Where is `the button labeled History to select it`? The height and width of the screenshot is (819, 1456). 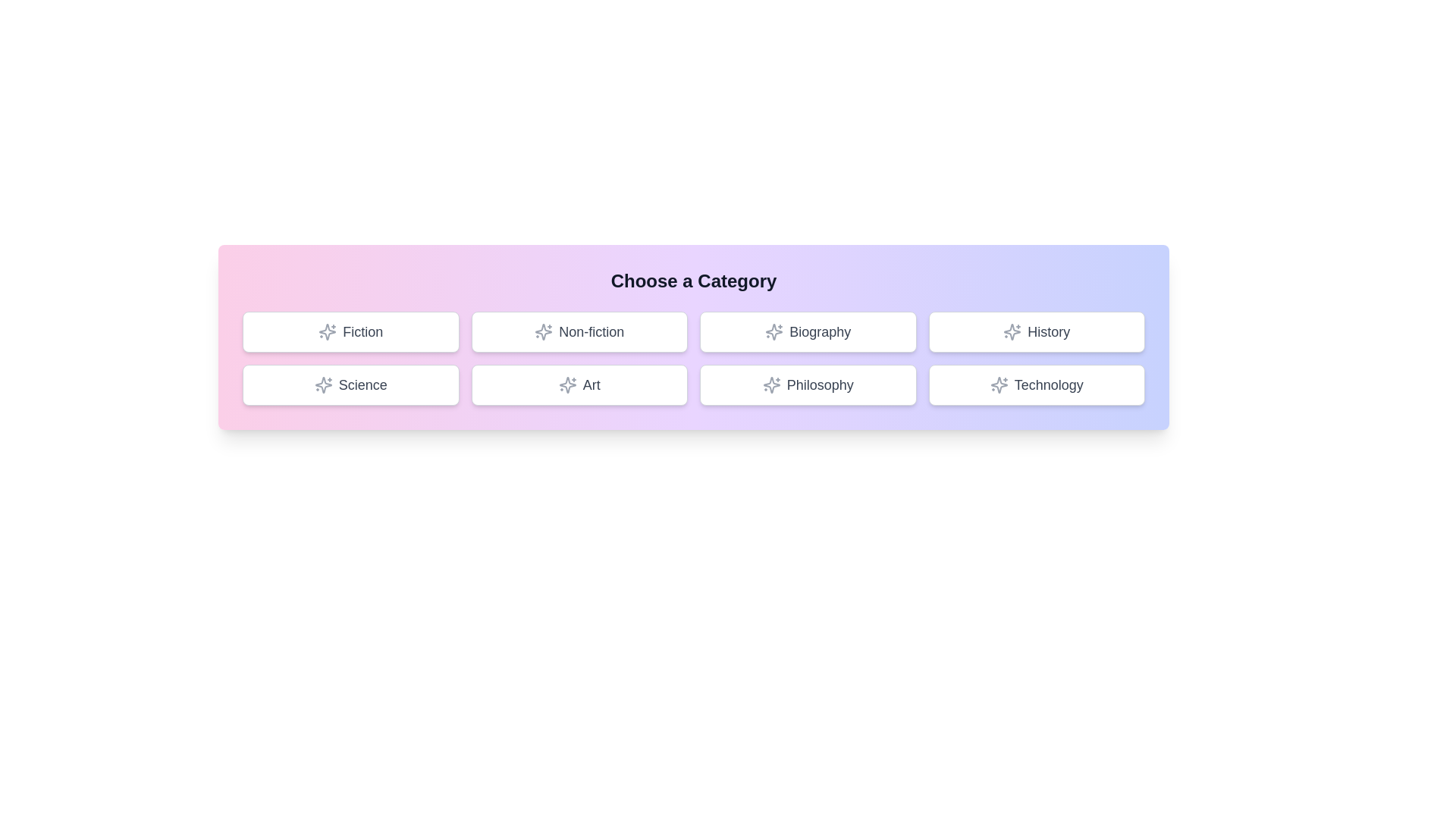 the button labeled History to select it is located at coordinates (1036, 331).